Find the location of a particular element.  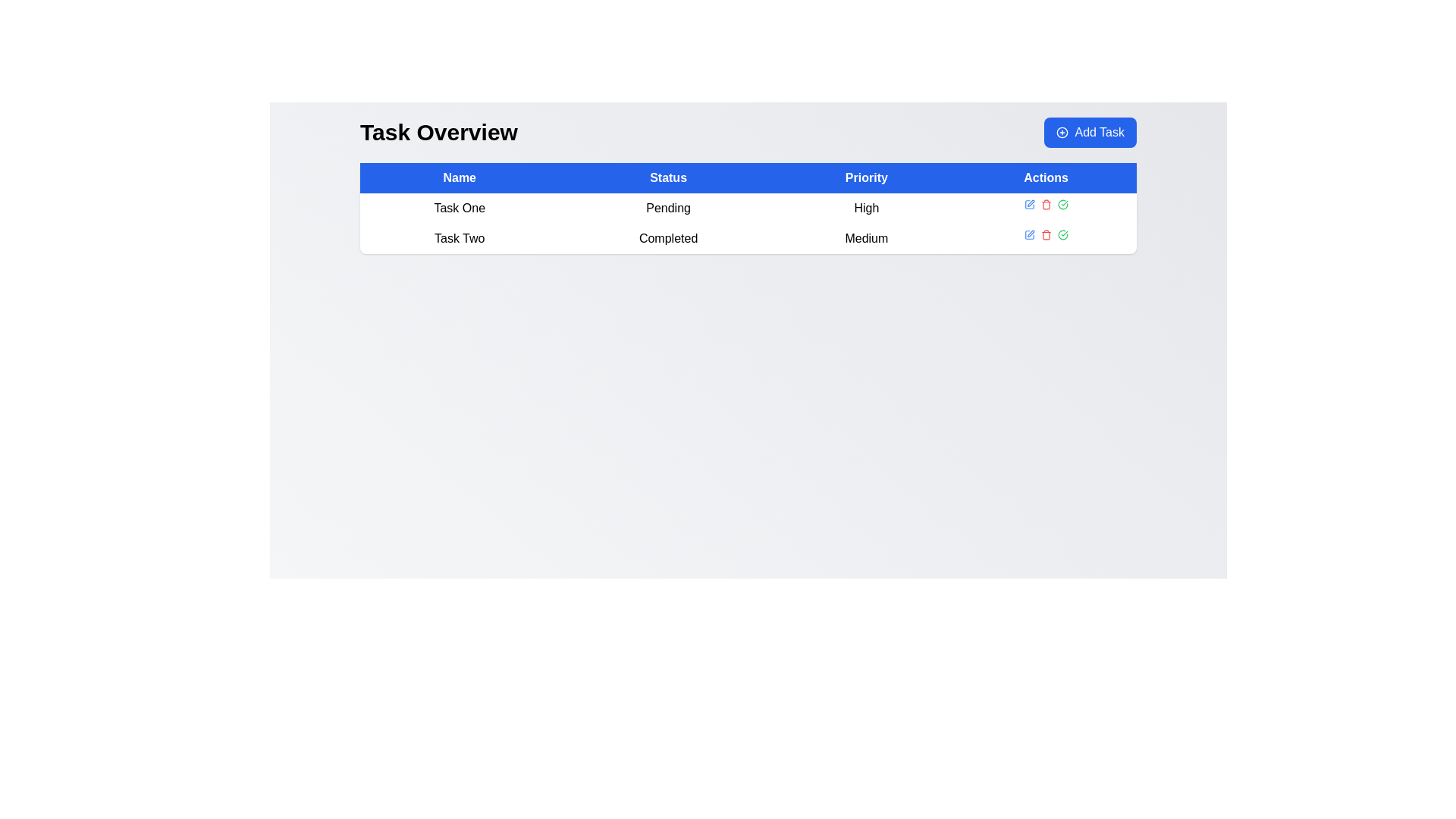

the 'Name' label in the first row of the table is located at coordinates (459, 208).